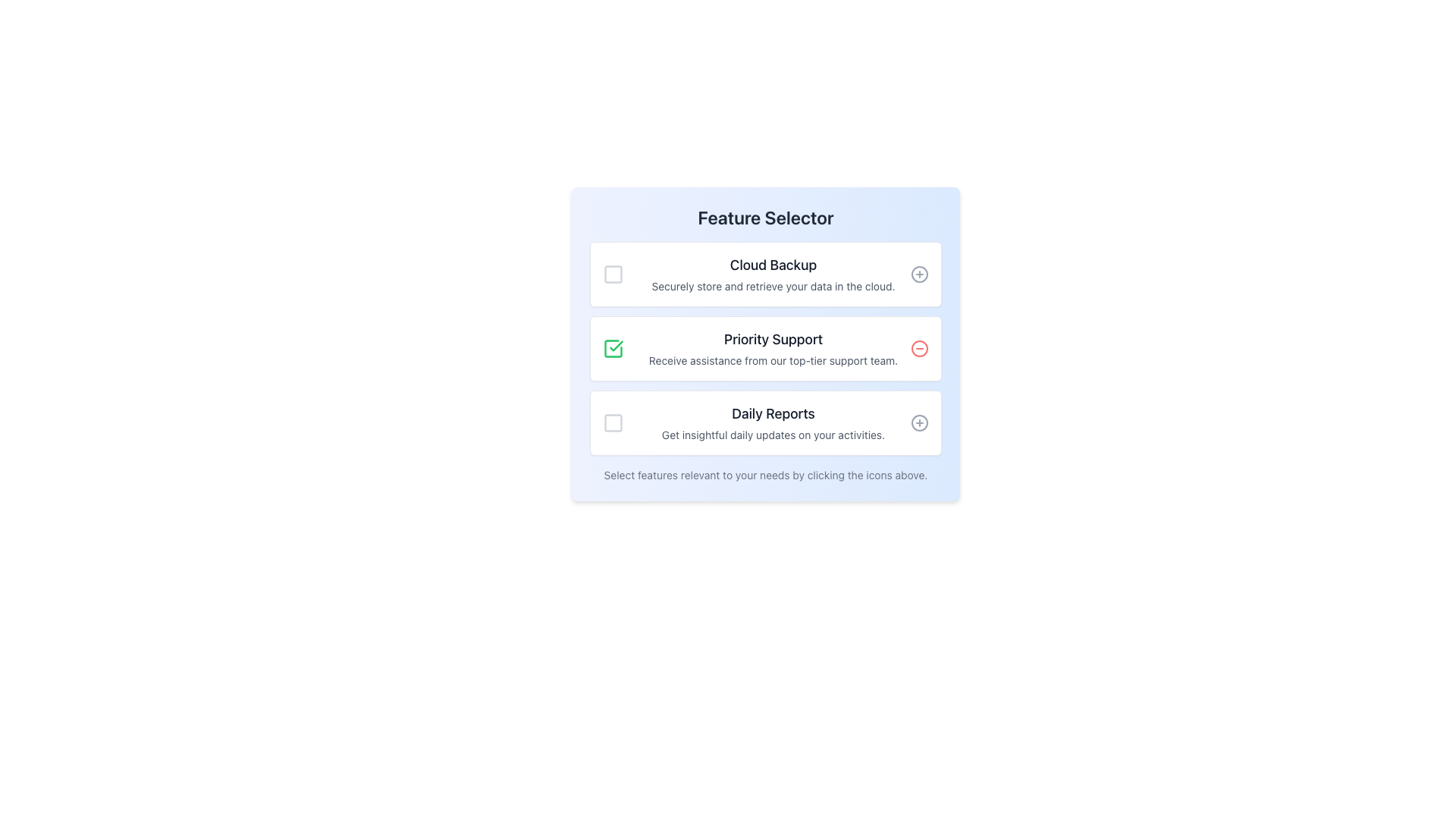 Image resolution: width=1456 pixels, height=819 pixels. What do you see at coordinates (773, 287) in the screenshot?
I see `the text element that reads 'Securely store and retrieve your data in the cloud.' located beneath the 'Cloud Backup' title` at bounding box center [773, 287].